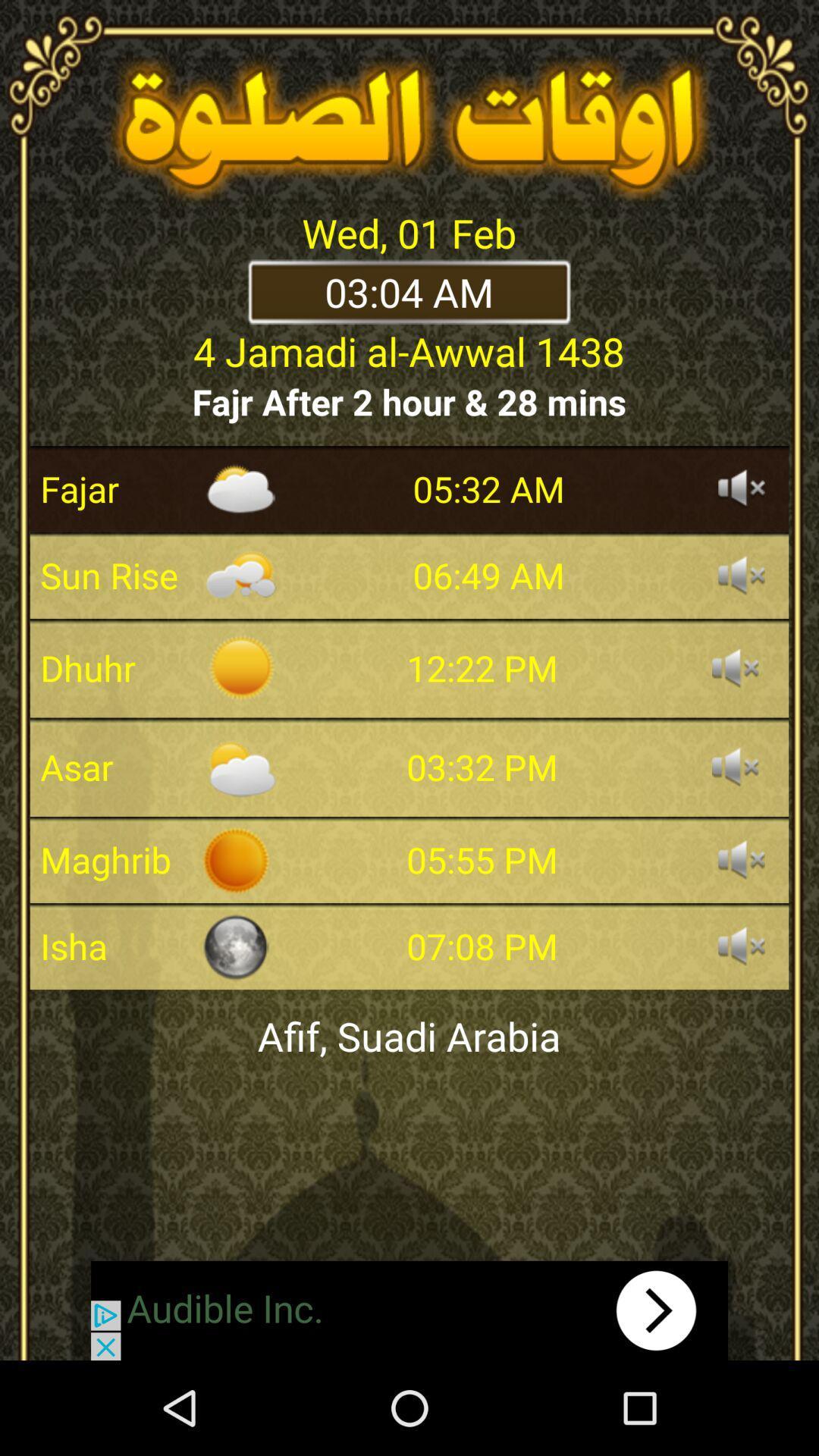 The image size is (819, 1456). What do you see at coordinates (741, 574) in the screenshot?
I see `the volume icon` at bounding box center [741, 574].